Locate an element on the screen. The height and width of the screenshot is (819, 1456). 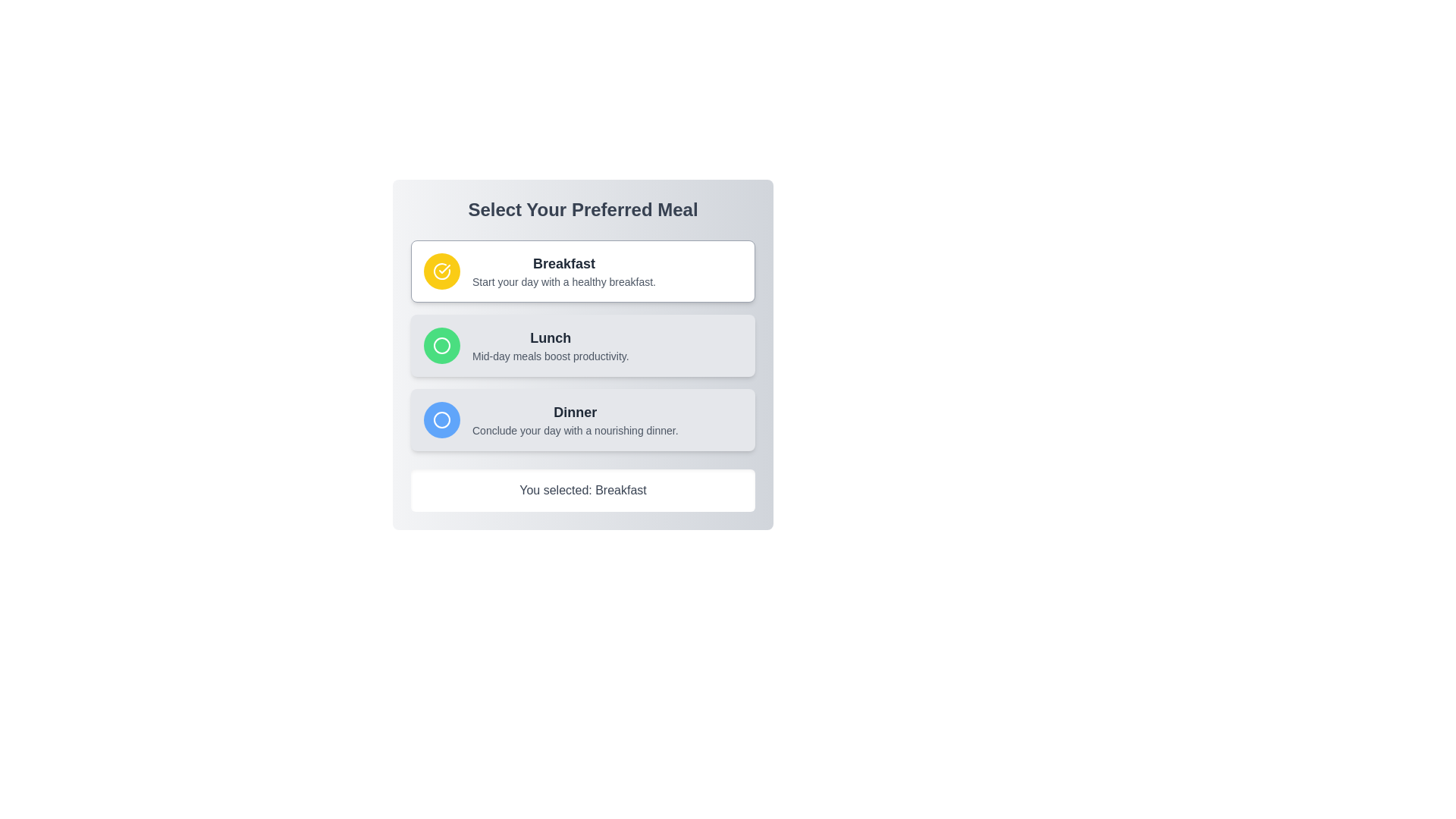
information displayed in the rectangular text box with a white background and rounded corners that shows 'You selected: Breakfast' is located at coordinates (582, 491).